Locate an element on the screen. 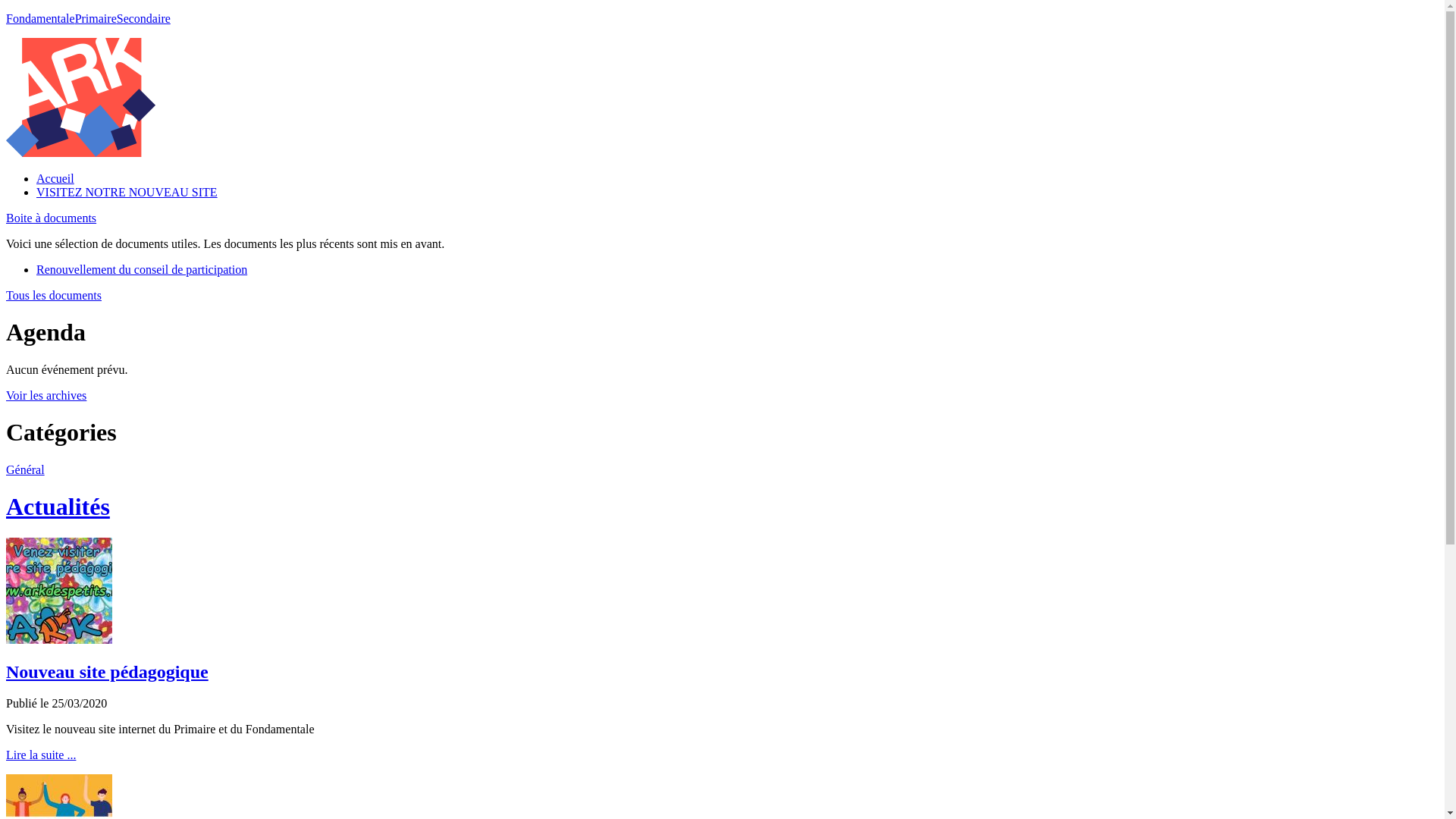  'Accueil' is located at coordinates (36, 177).